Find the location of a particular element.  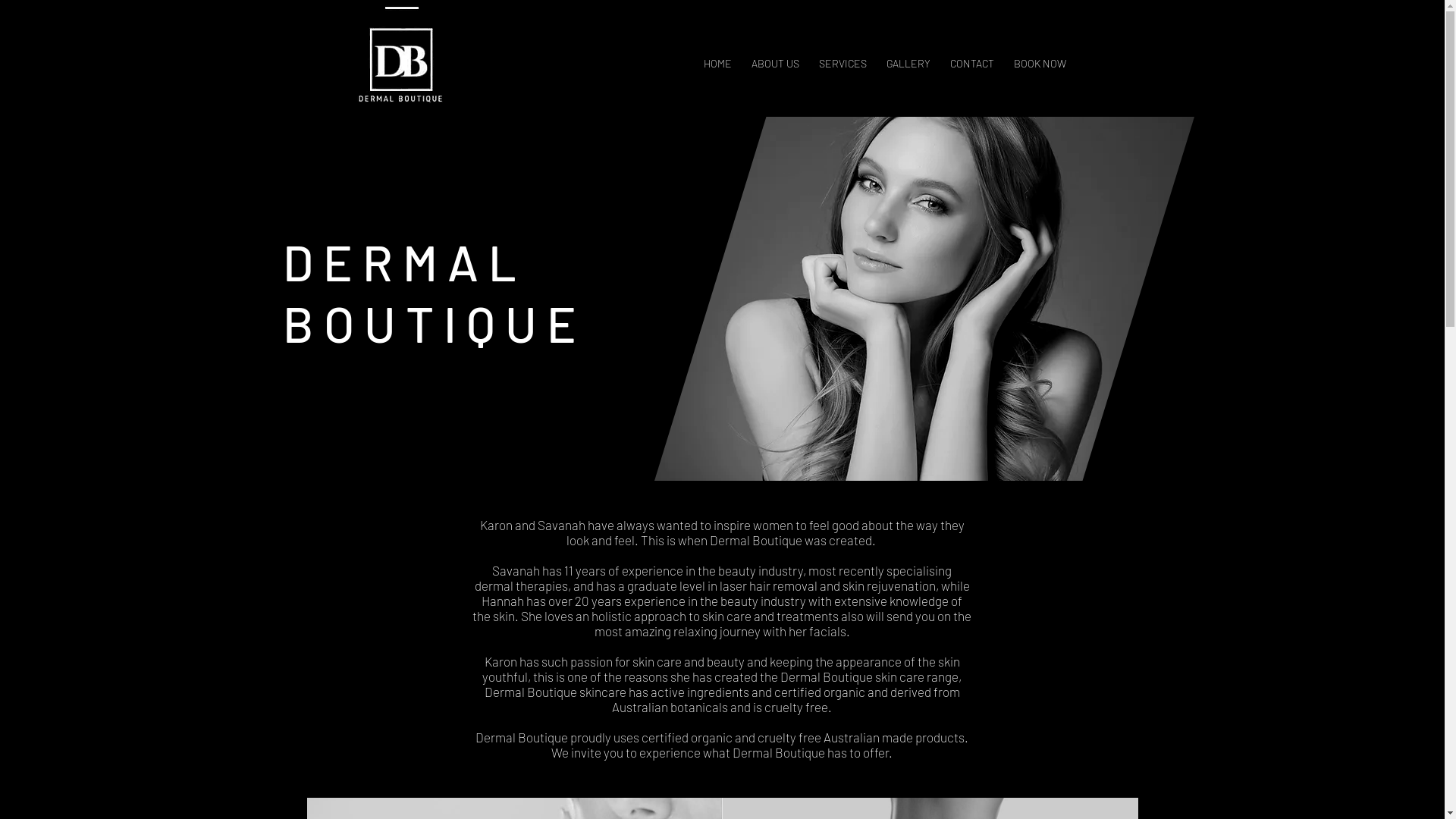

'CONTACT' is located at coordinates (971, 55).